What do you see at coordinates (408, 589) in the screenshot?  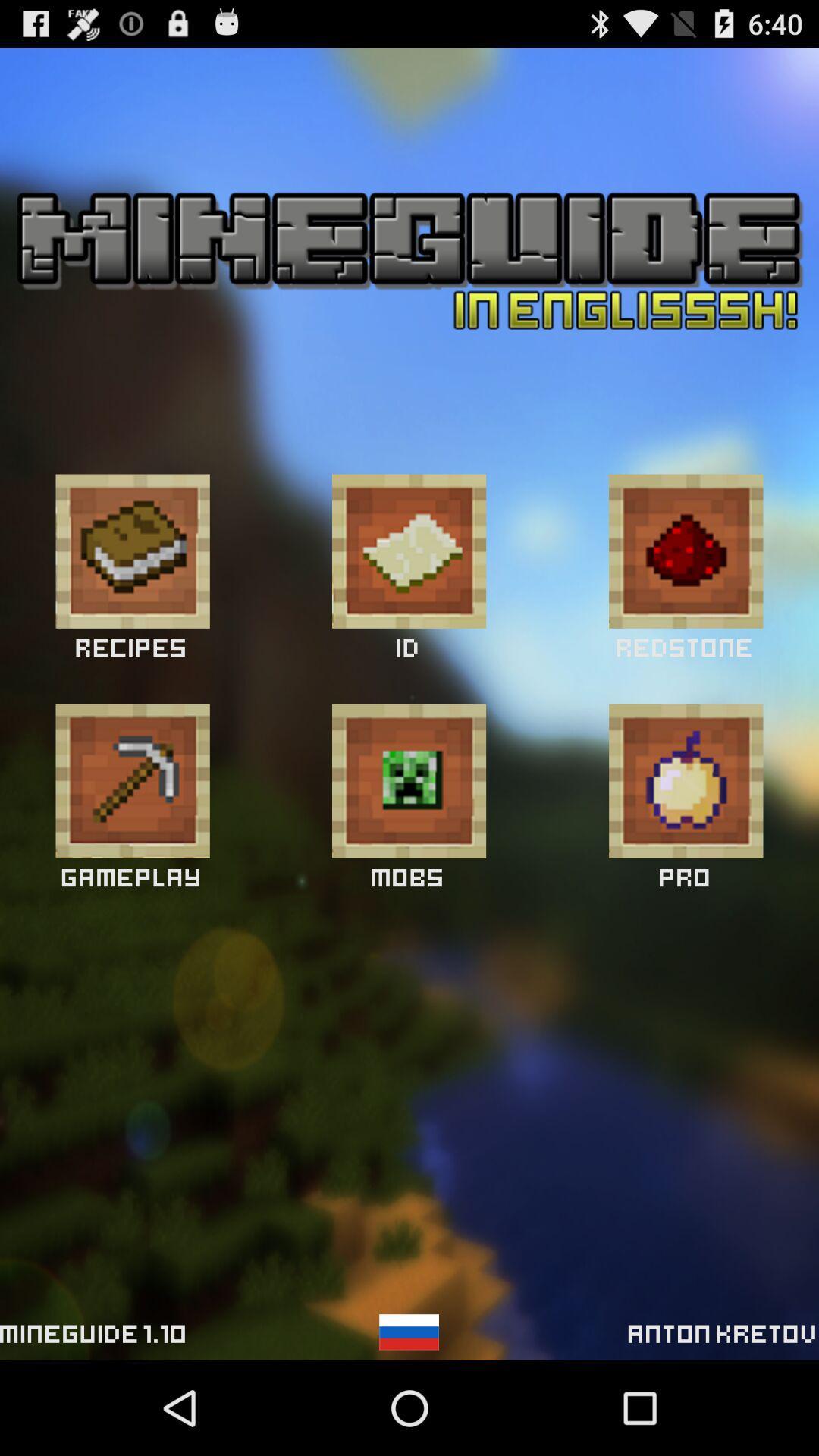 I see `the email icon` at bounding box center [408, 589].